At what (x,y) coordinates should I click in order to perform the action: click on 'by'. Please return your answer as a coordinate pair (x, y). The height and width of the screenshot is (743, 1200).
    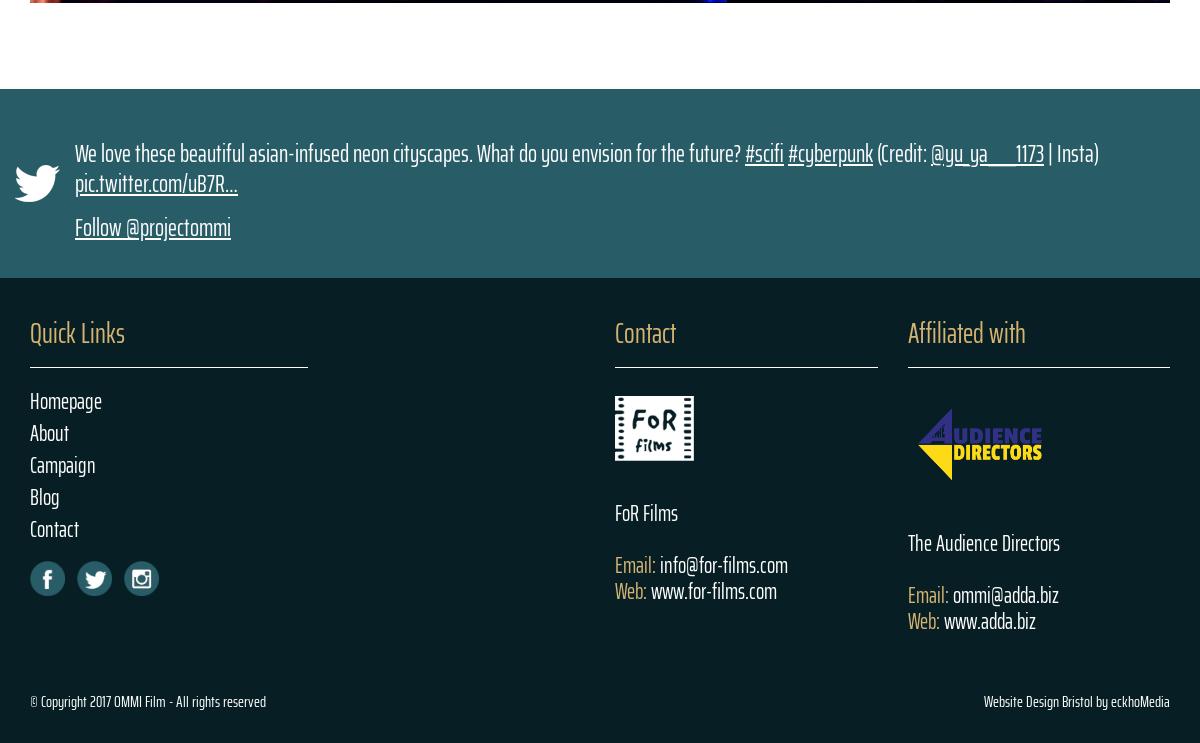
    Looking at the image, I should click on (1100, 700).